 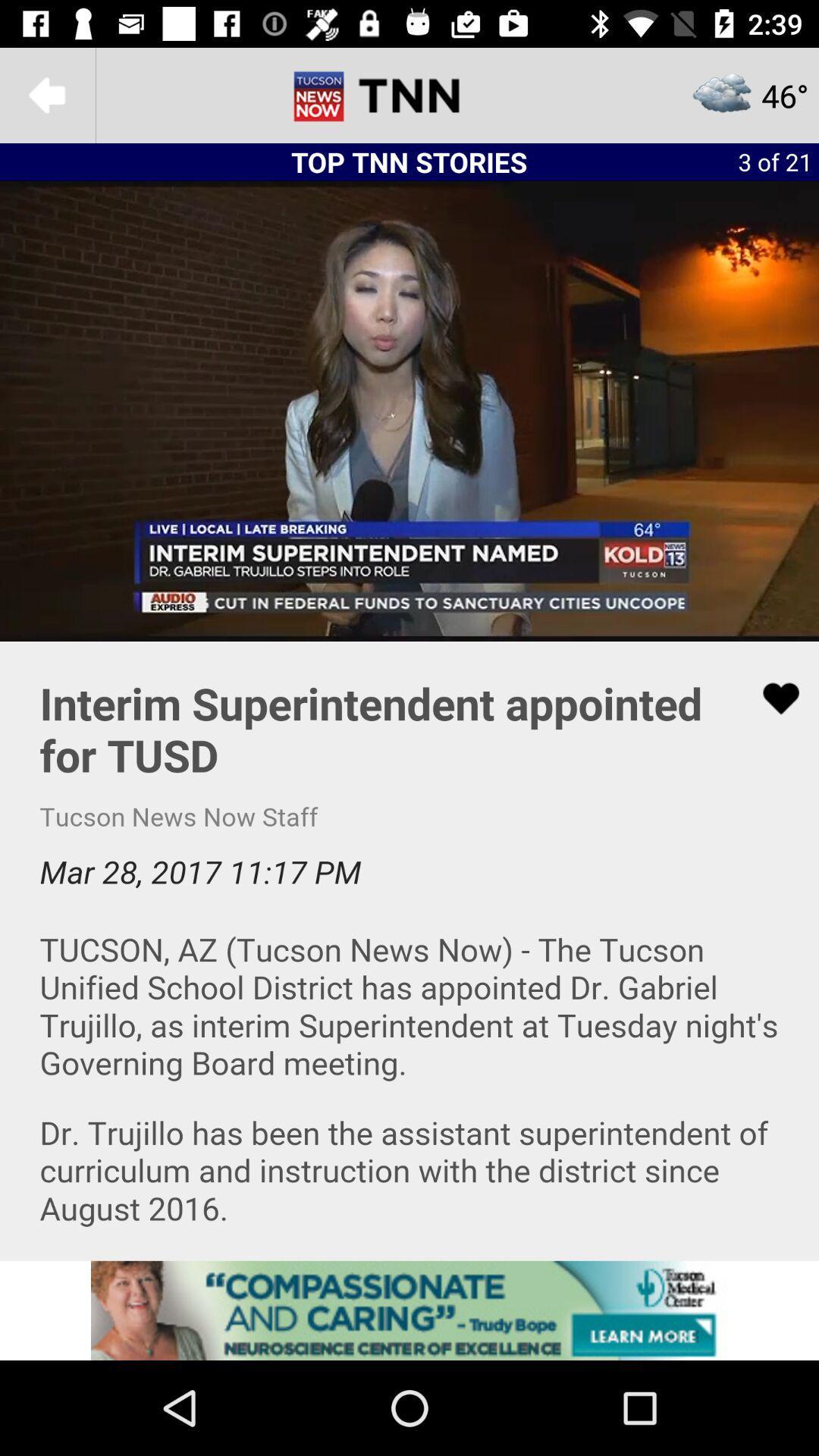 What do you see at coordinates (771, 698) in the screenshot?
I see `the favorite icon` at bounding box center [771, 698].